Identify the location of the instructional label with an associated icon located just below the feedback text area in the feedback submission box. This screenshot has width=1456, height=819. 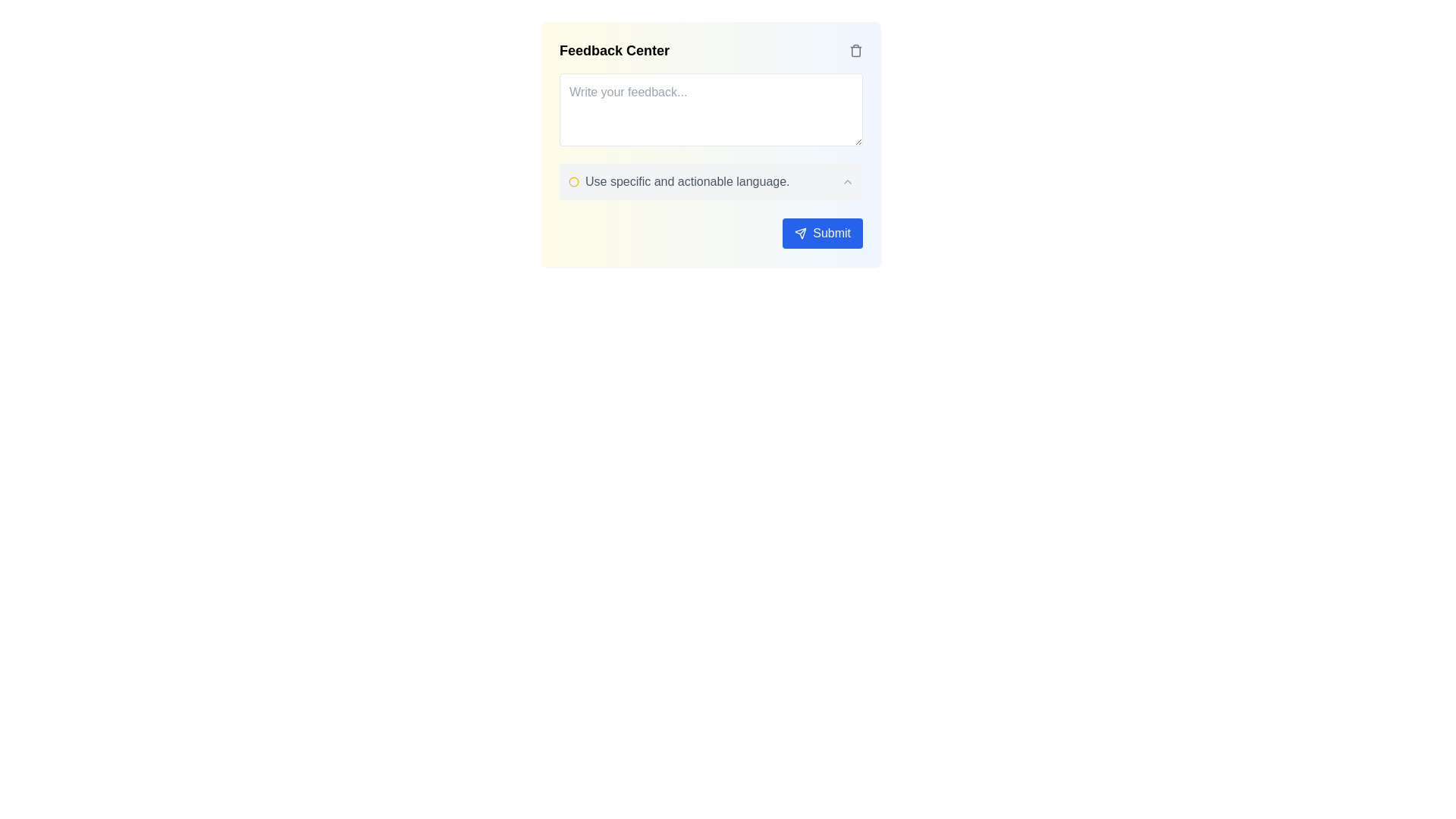
(678, 180).